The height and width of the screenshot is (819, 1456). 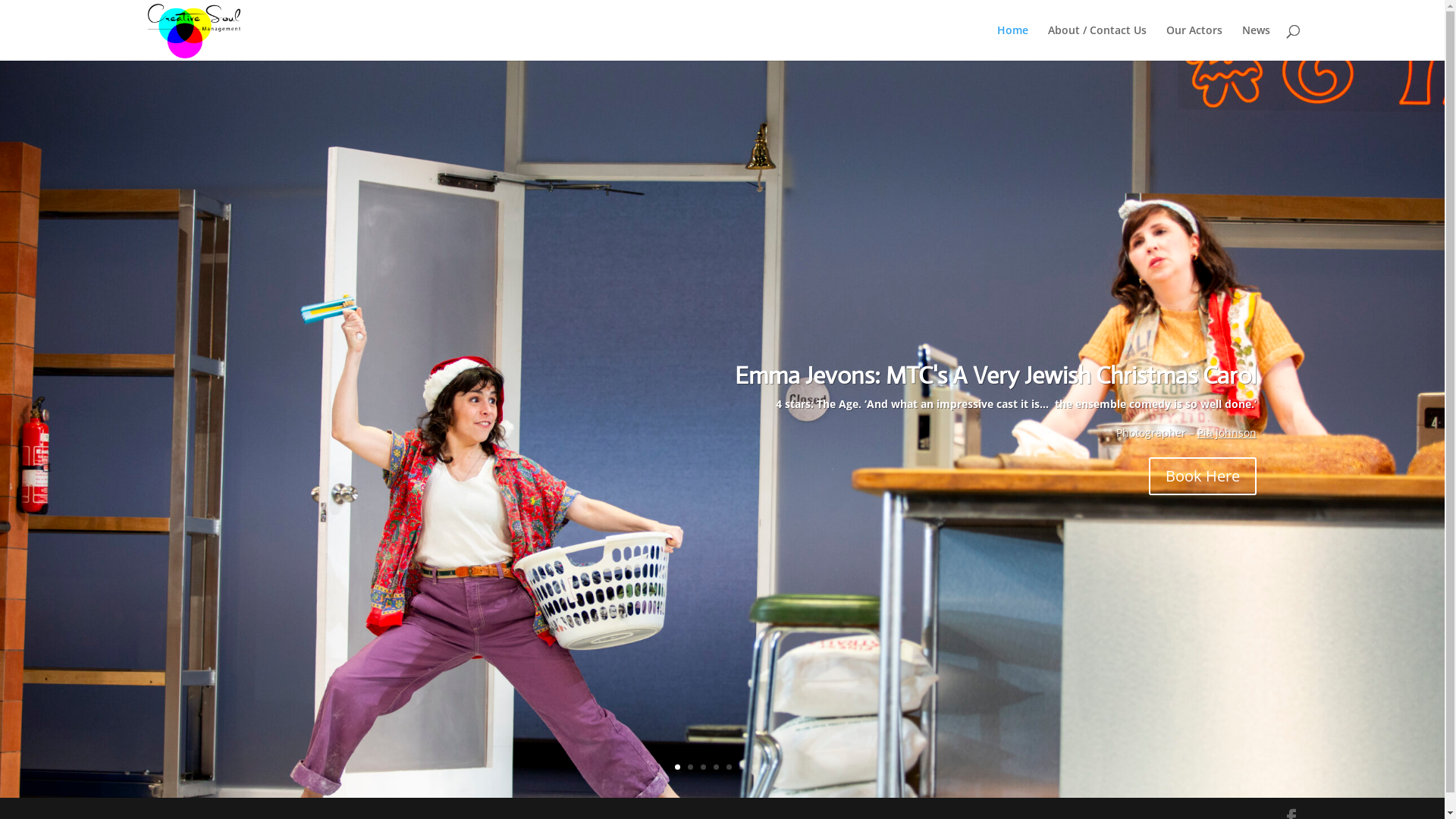 I want to click on '4', so click(x=714, y=767).